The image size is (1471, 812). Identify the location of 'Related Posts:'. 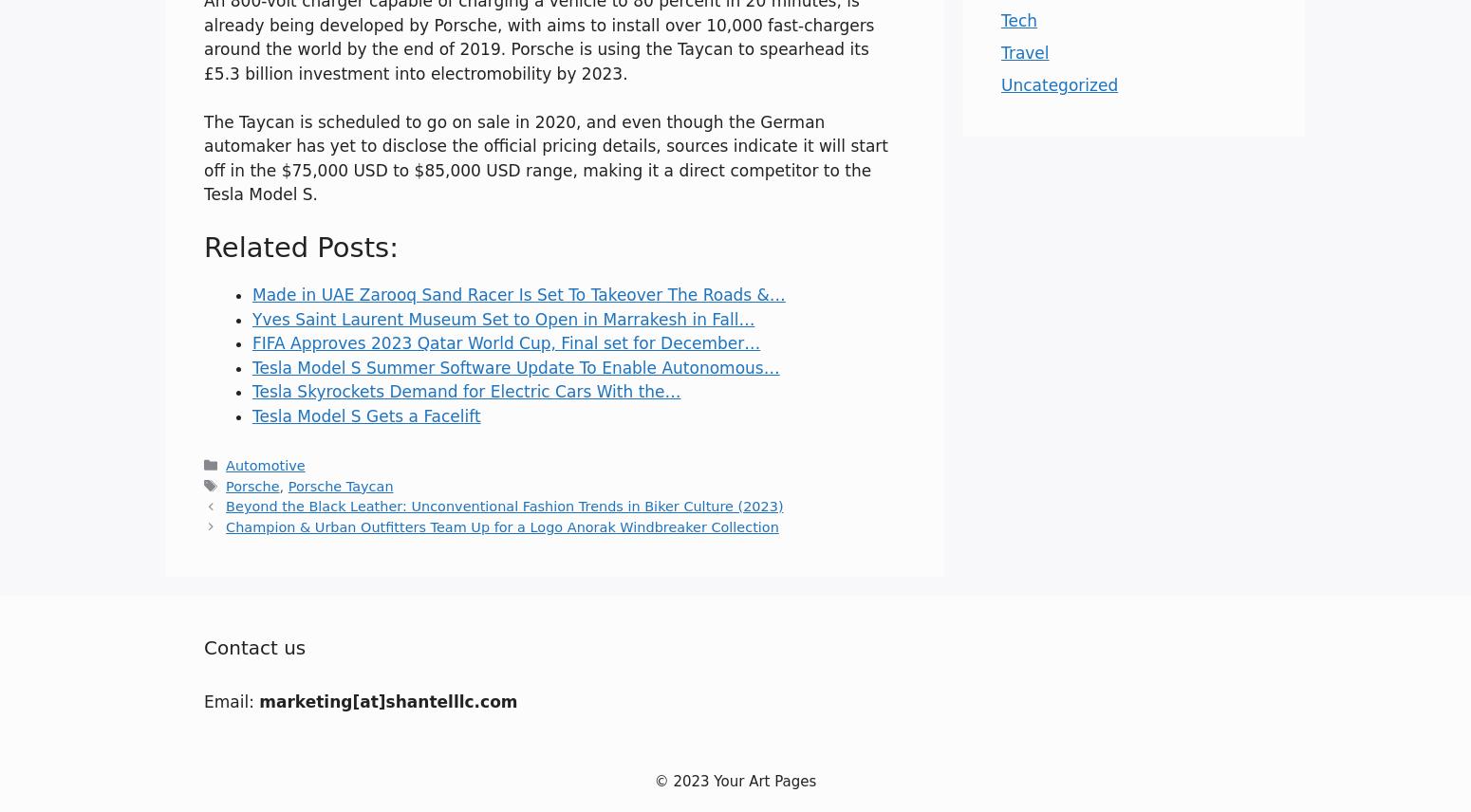
(202, 246).